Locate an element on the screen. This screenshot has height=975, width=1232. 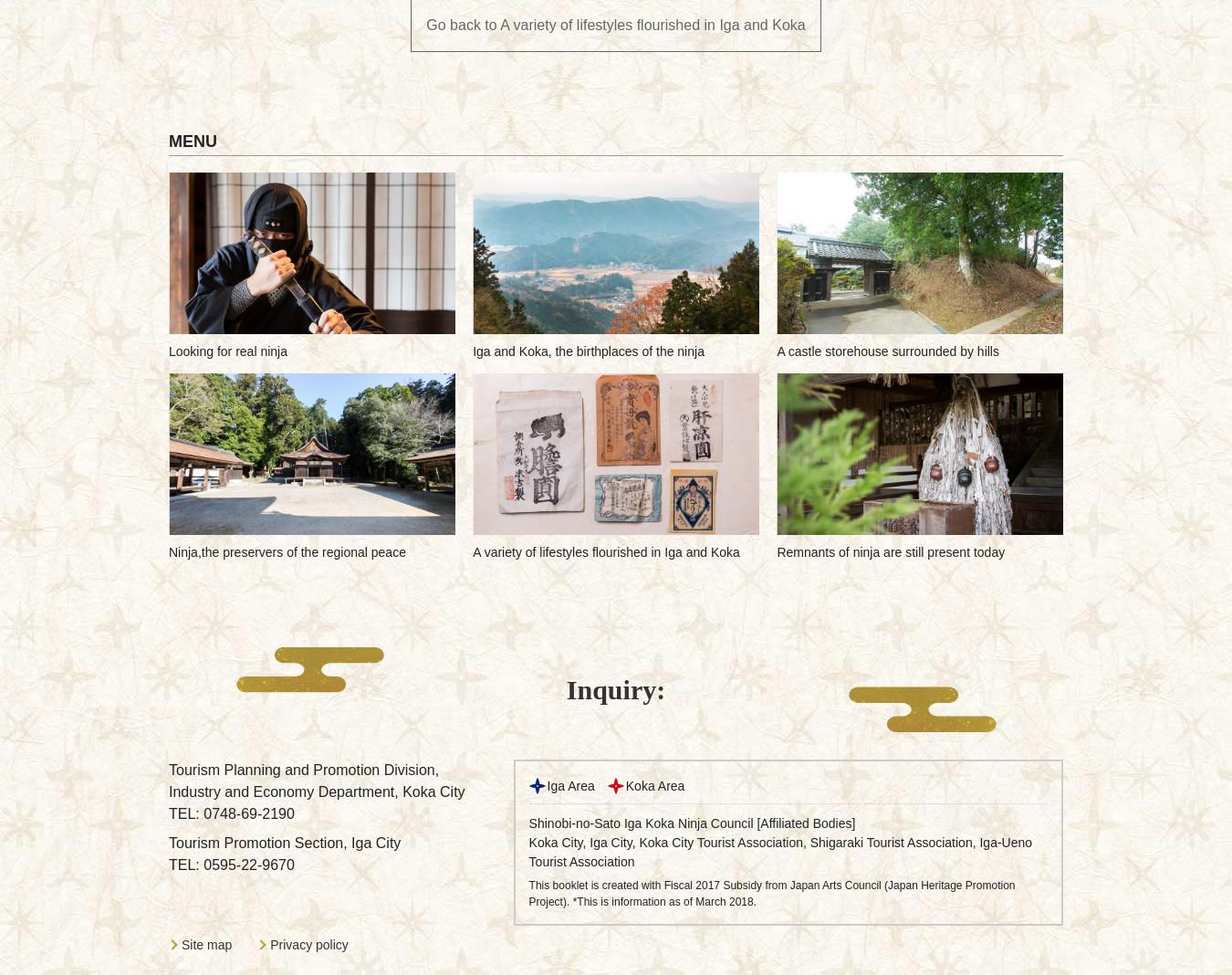
'Iga and Koka, the birthplaces of the ninja' is located at coordinates (588, 351).